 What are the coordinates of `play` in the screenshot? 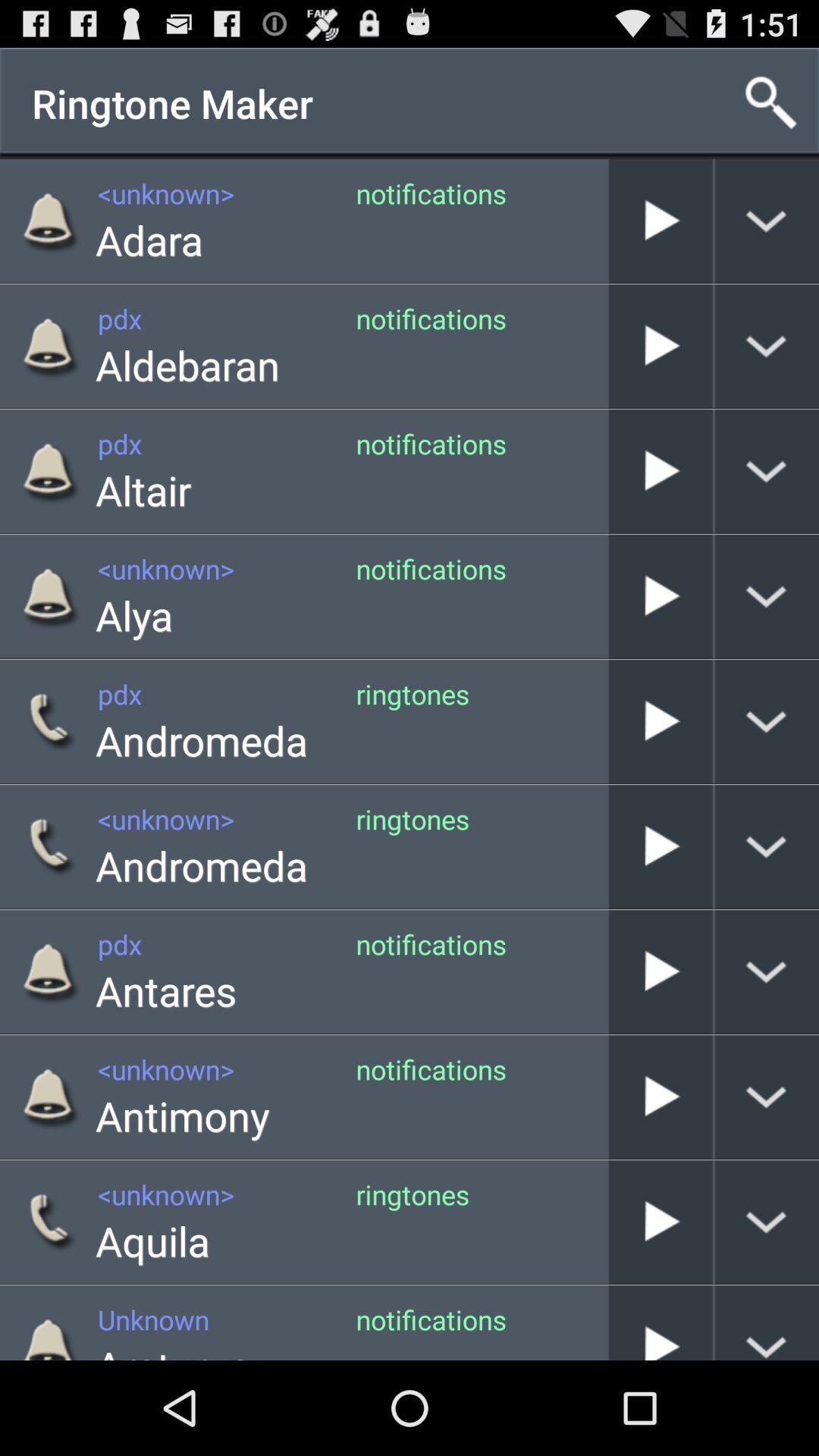 It's located at (660, 1097).